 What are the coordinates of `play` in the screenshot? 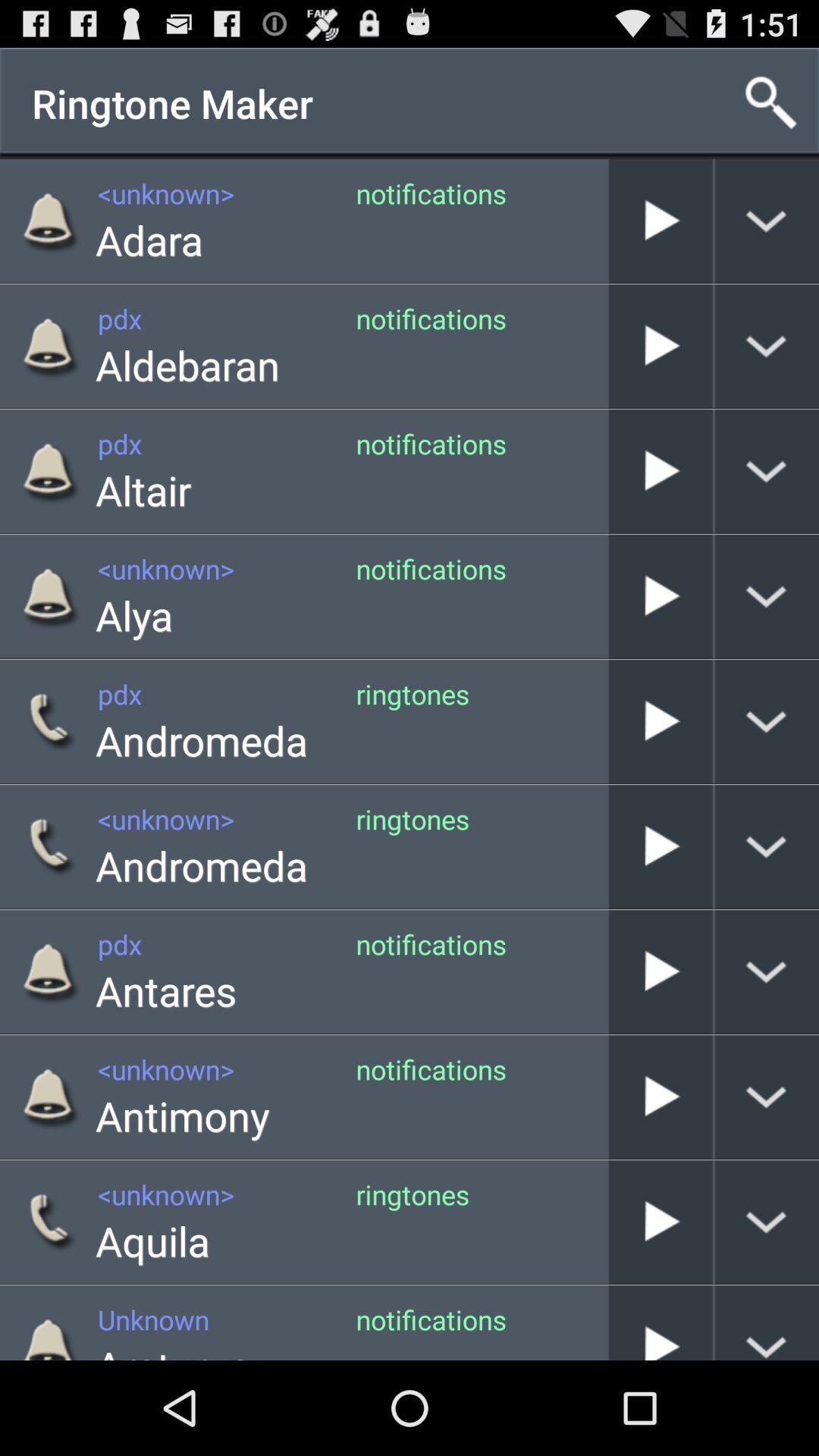 It's located at (660, 1097).